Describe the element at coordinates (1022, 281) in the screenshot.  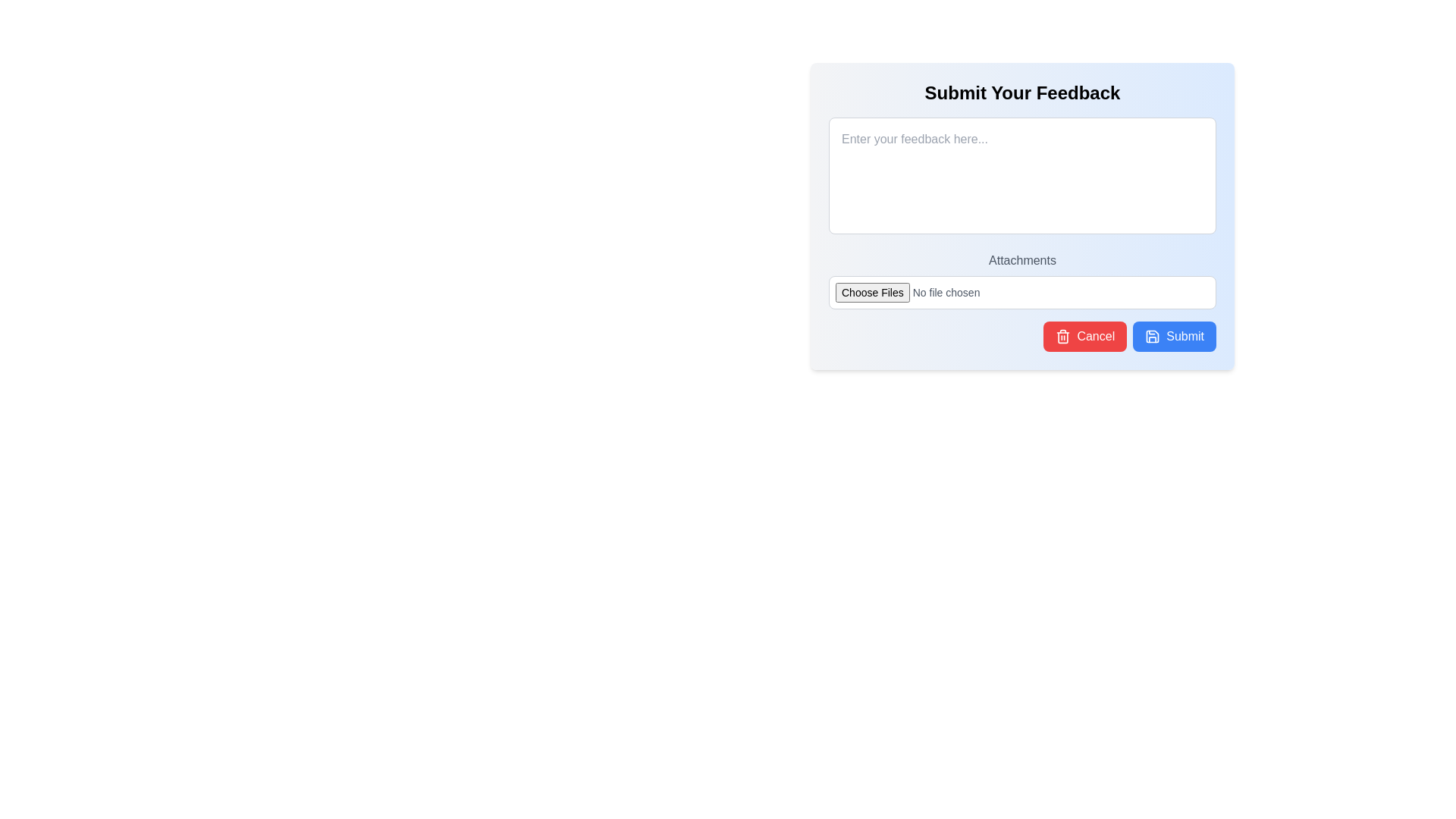
I see `the 'Choose Files' button located within the 'Attachments' file input field` at that location.